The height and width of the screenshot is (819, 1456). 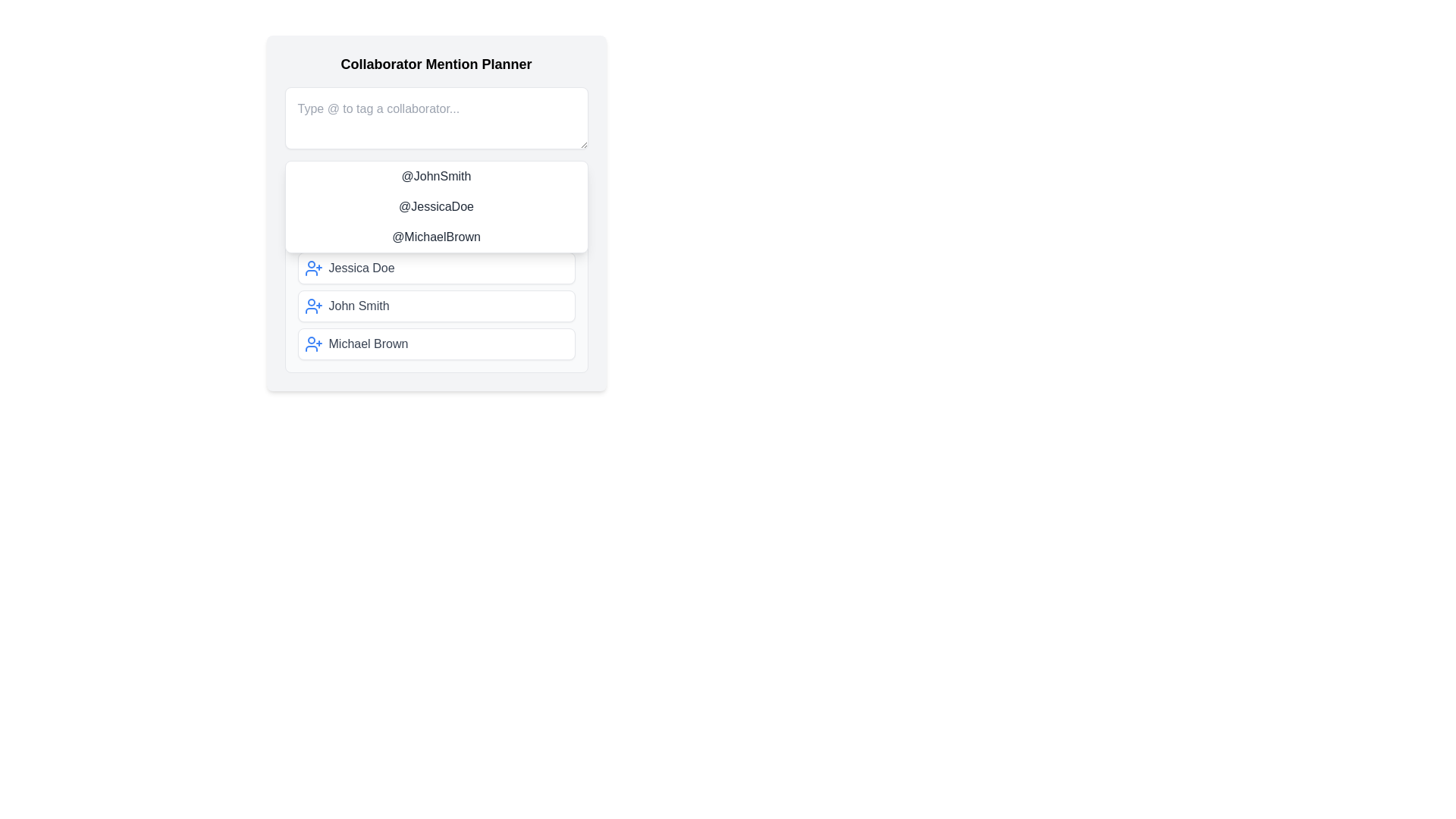 What do you see at coordinates (358, 306) in the screenshot?
I see `the text label displaying 'John Smith' which is located to the right of a user icon in a vertically aligned list` at bounding box center [358, 306].